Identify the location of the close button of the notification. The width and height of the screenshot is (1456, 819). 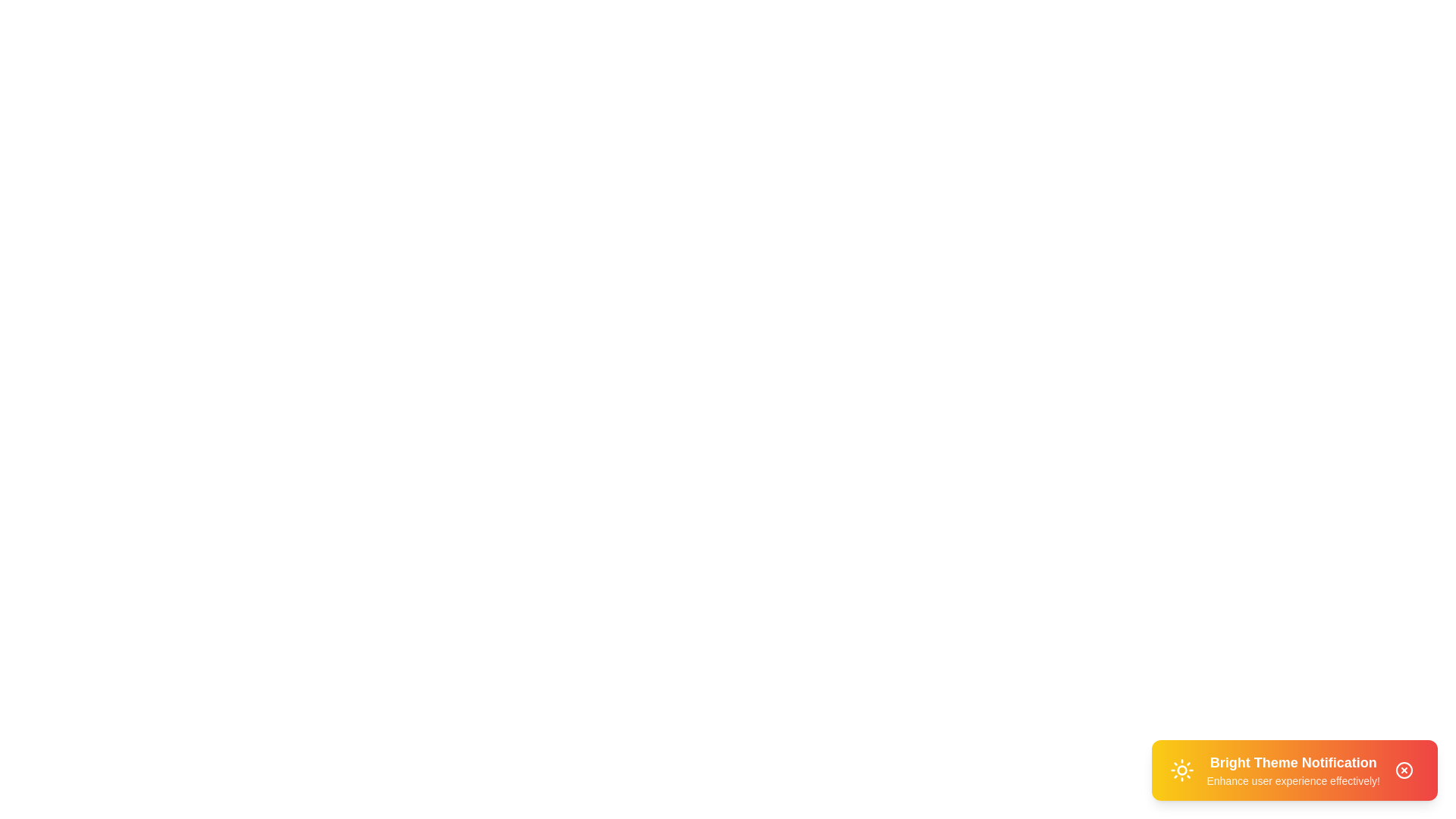
(1404, 770).